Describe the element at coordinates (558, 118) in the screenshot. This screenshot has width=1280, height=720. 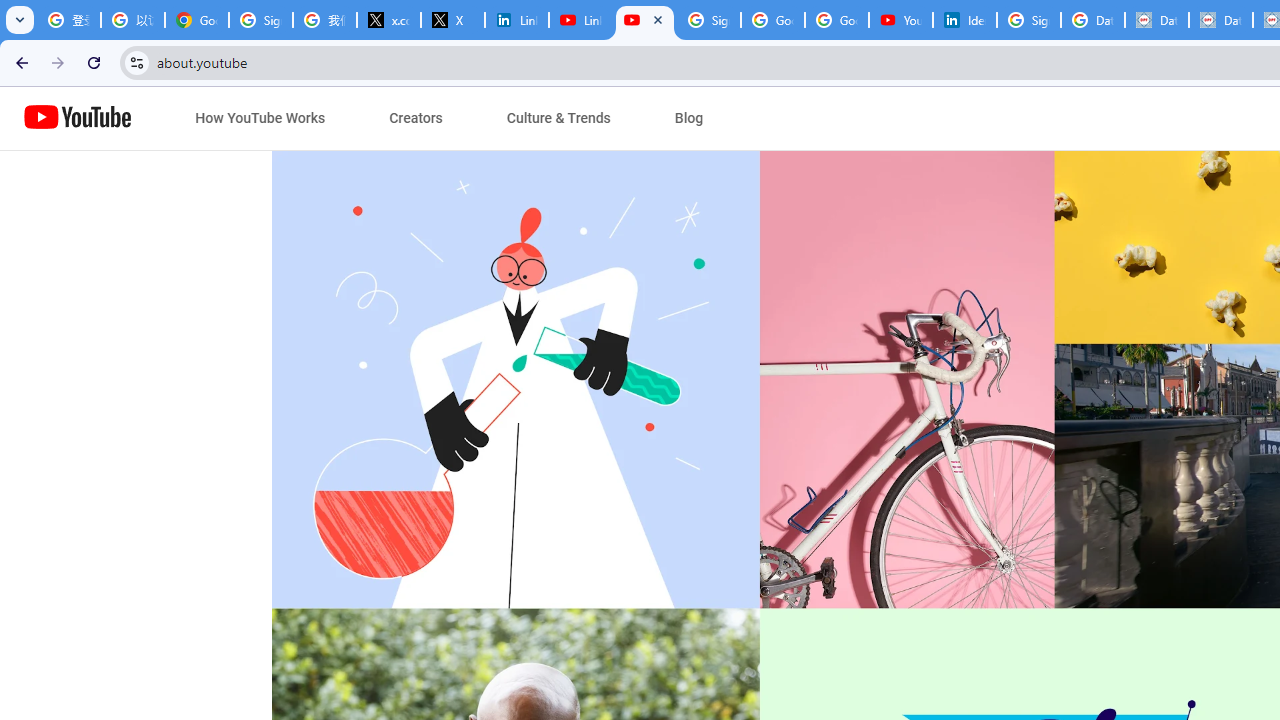
I see `'Culture & Trends'` at that location.